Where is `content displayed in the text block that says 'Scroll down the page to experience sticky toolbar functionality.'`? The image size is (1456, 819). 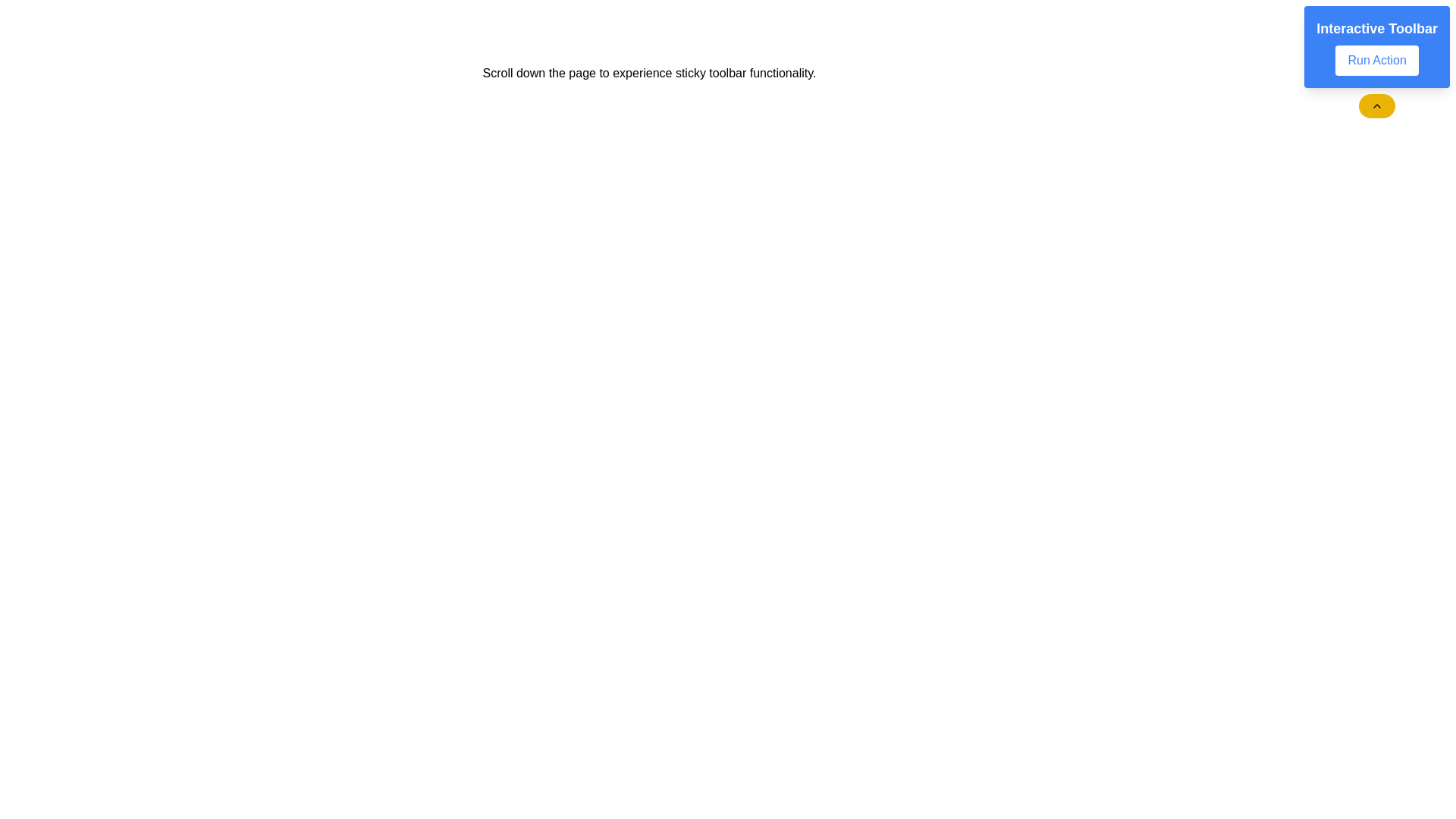 content displayed in the text block that says 'Scroll down the page to experience sticky toolbar functionality.' is located at coordinates (649, 73).